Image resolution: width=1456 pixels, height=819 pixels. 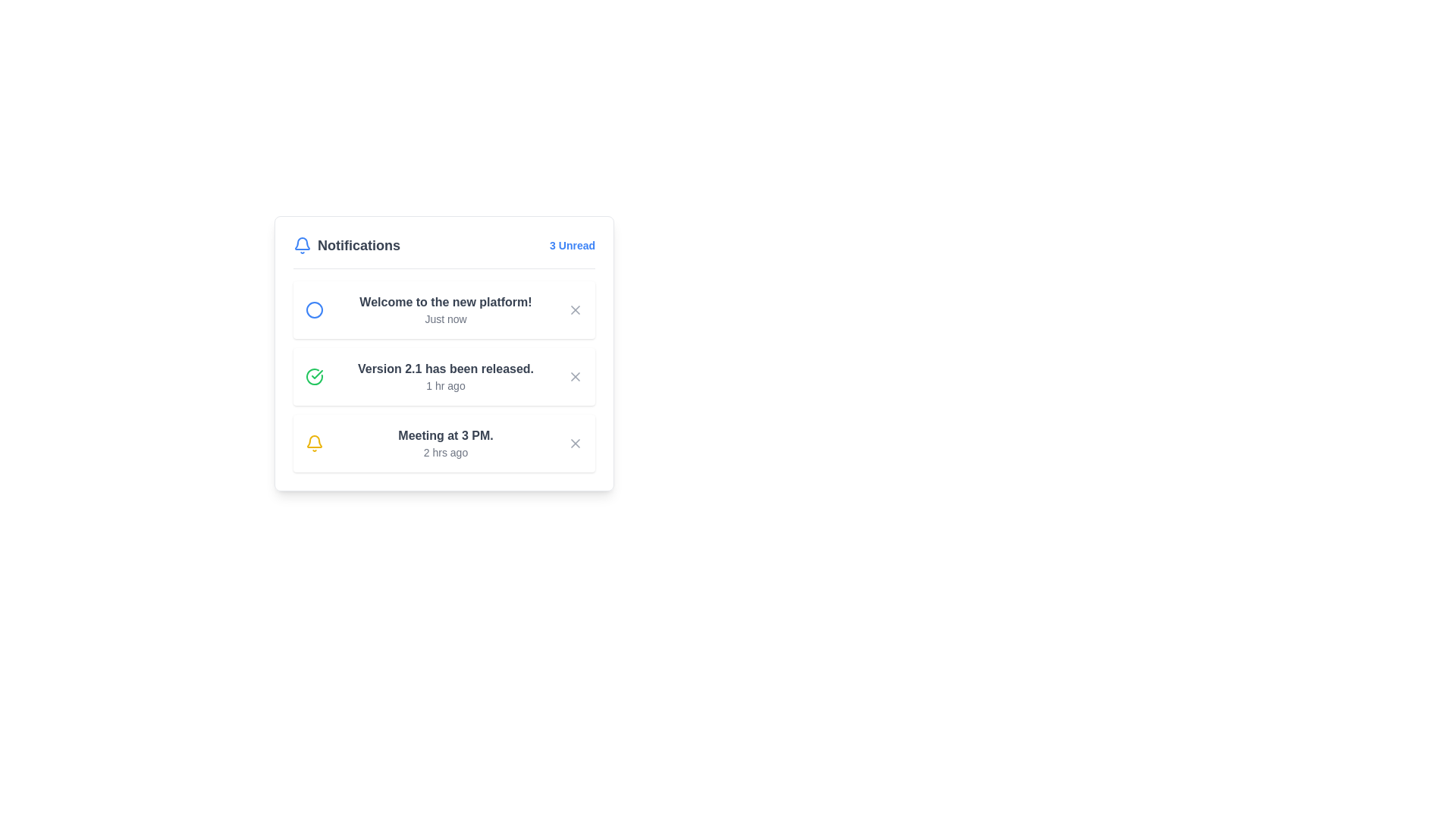 What do you see at coordinates (574, 444) in the screenshot?
I see `the gray 'X' button` at bounding box center [574, 444].